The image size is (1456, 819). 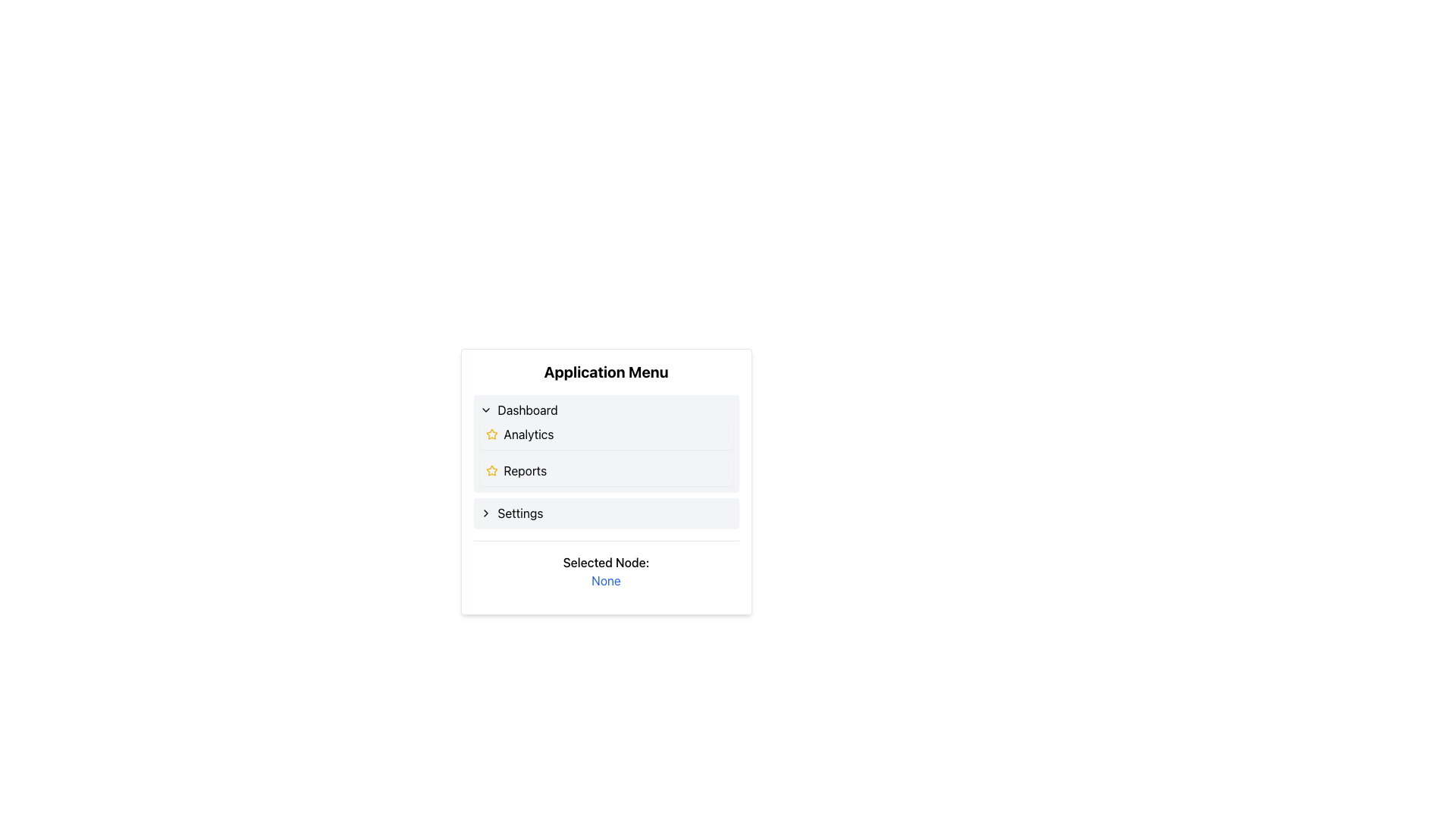 What do you see at coordinates (520, 513) in the screenshot?
I see `the 'Settings' text label in the vertical menu` at bounding box center [520, 513].